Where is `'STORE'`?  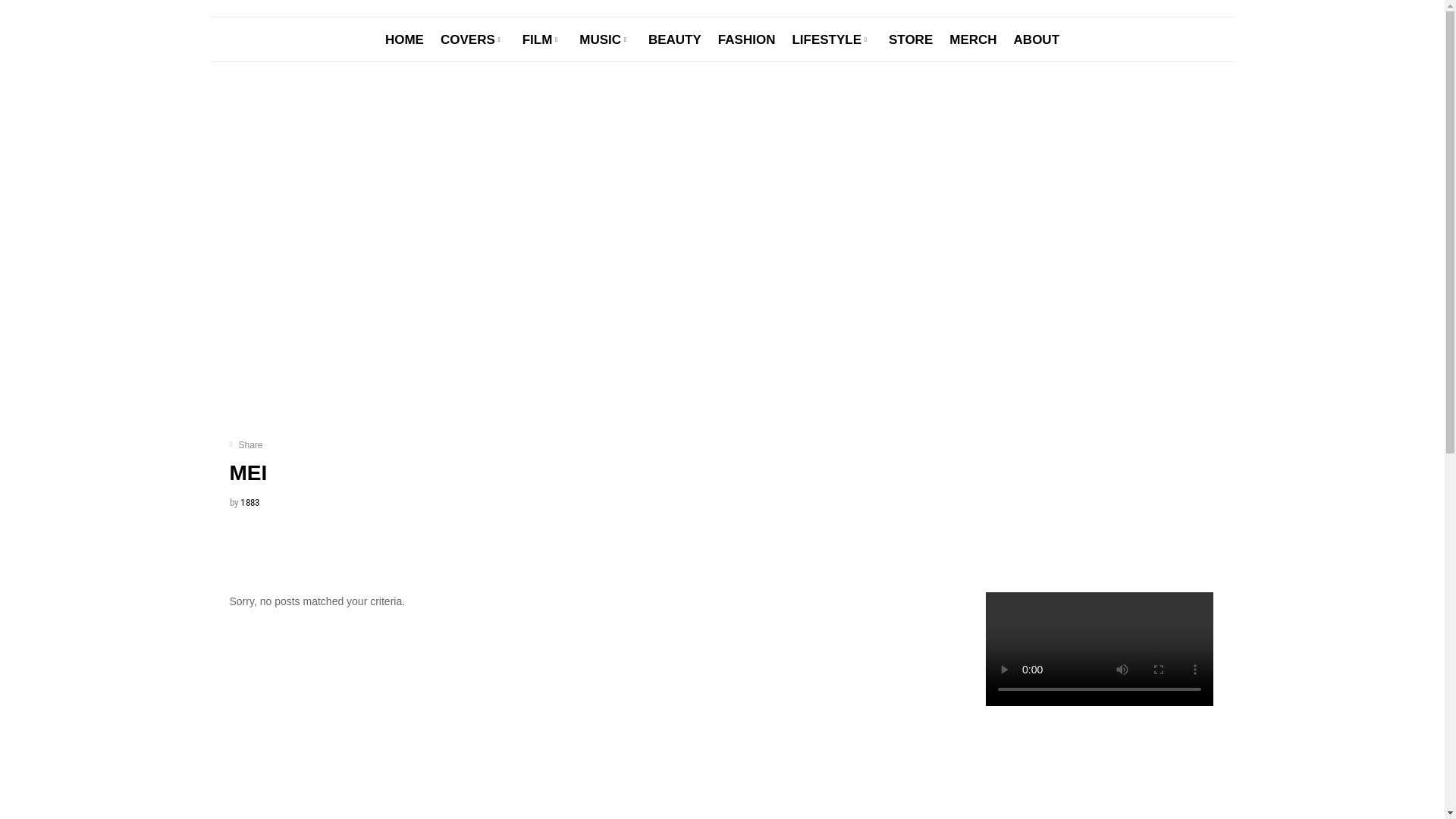 'STORE' is located at coordinates (880, 38).